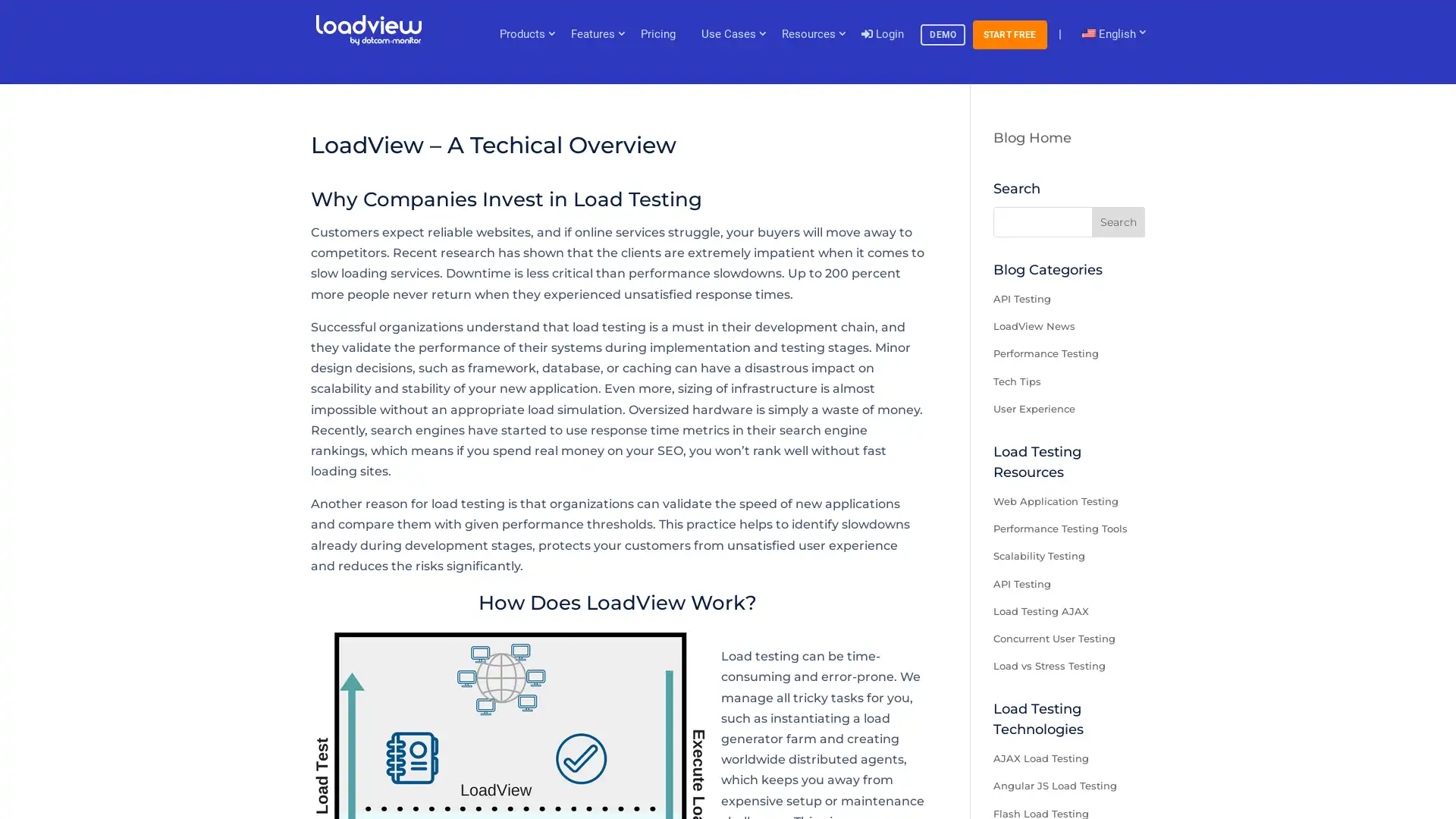  Describe the element at coordinates (1118, 198) in the screenshot. I see `Search` at that location.